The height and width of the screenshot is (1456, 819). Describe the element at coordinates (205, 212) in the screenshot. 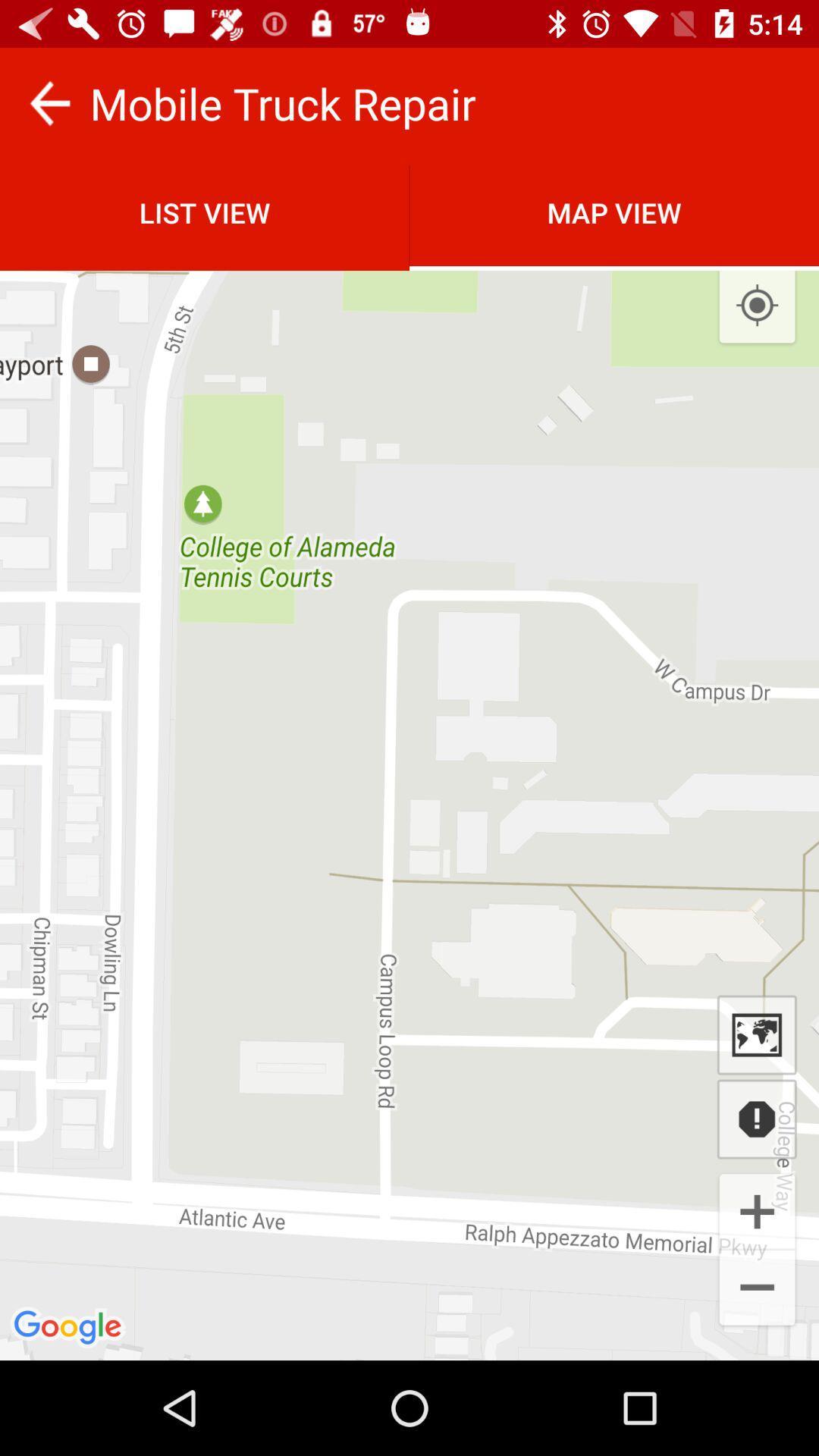

I see `list view item` at that location.